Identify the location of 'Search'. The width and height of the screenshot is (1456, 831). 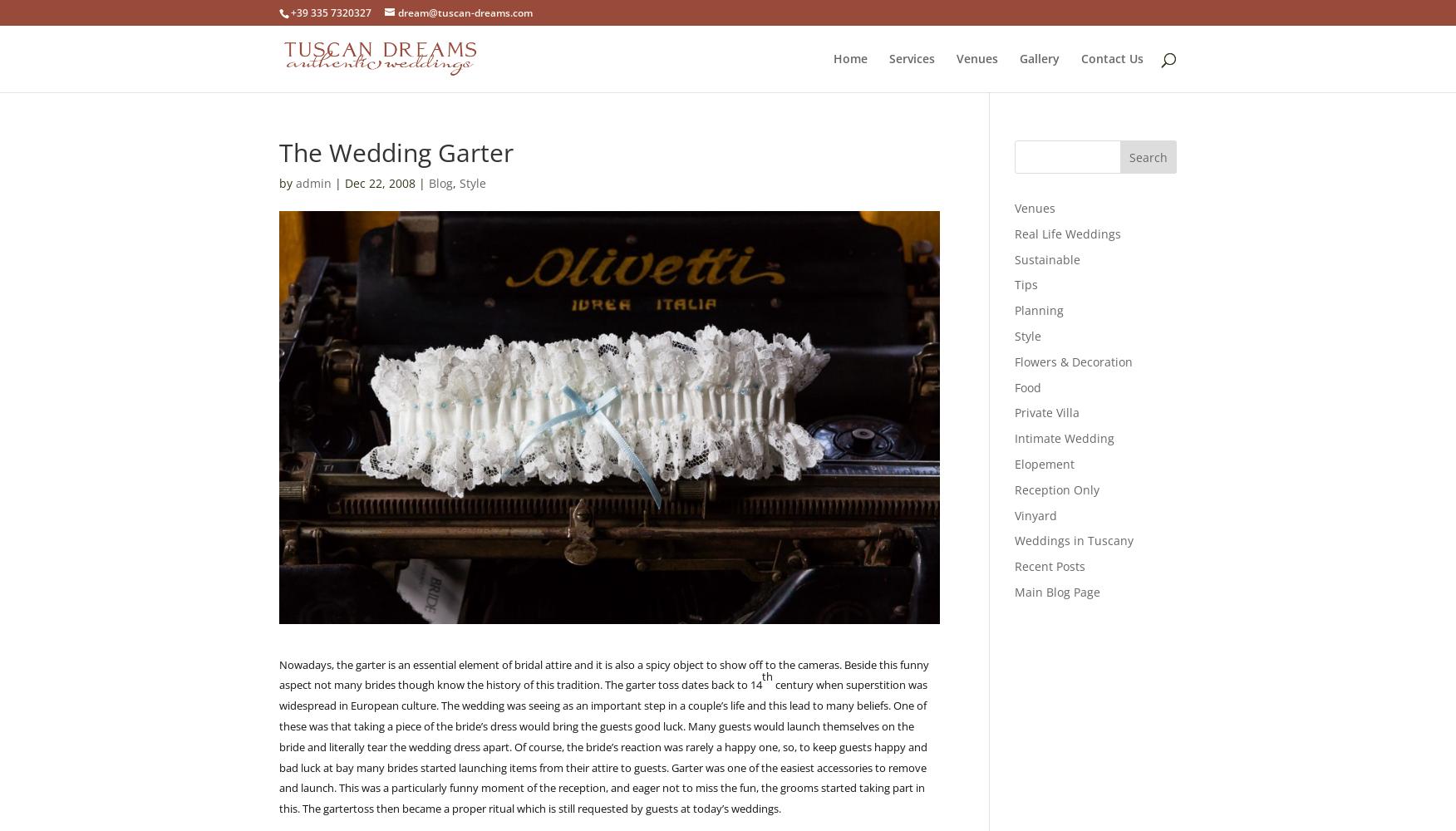
(1148, 156).